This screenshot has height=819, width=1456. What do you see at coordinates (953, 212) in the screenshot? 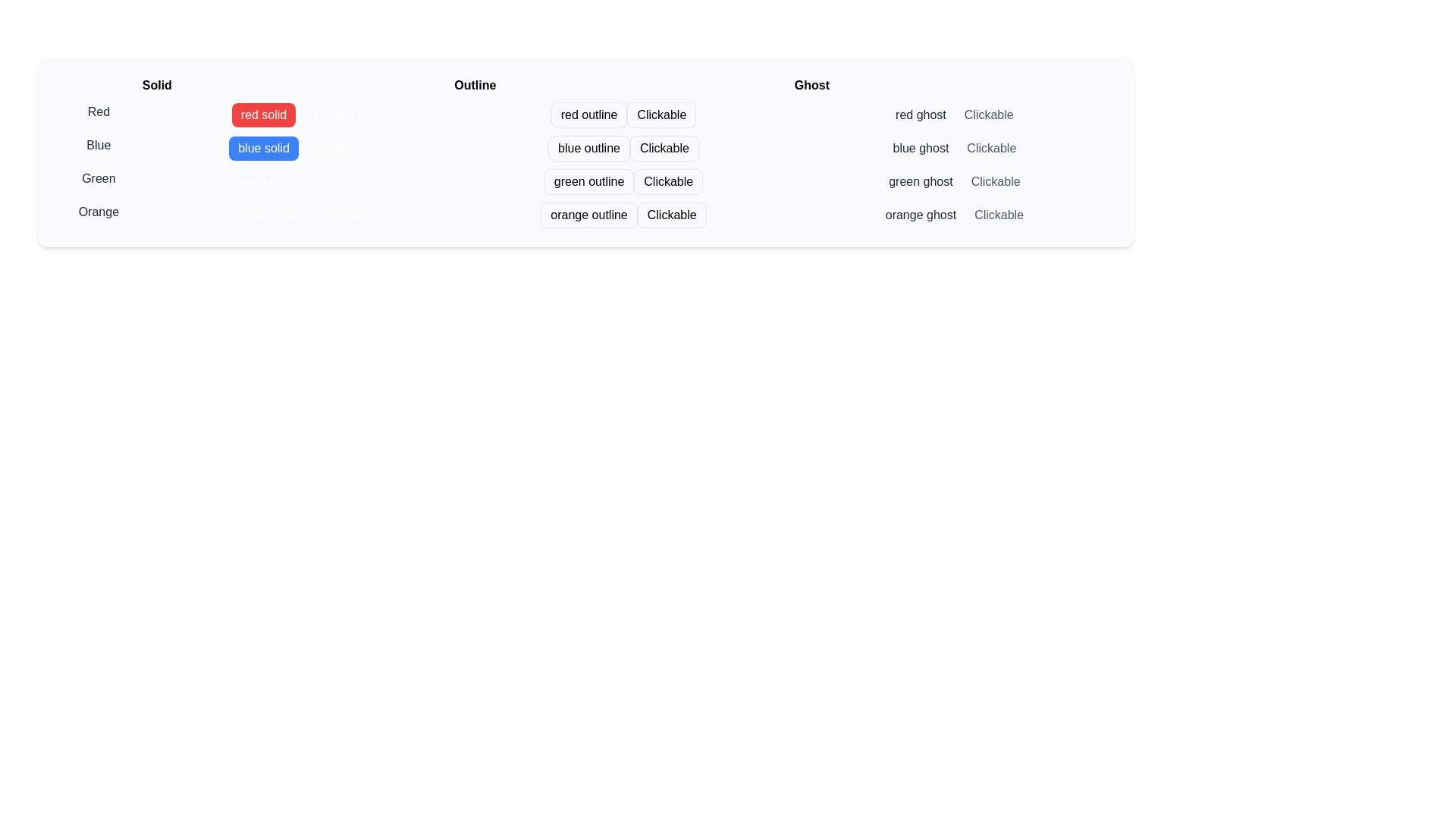
I see `the 'orange ghost' label located in the bottom-most row of the 'Ghost' column, which is marked as 'Clickable'` at bounding box center [953, 212].